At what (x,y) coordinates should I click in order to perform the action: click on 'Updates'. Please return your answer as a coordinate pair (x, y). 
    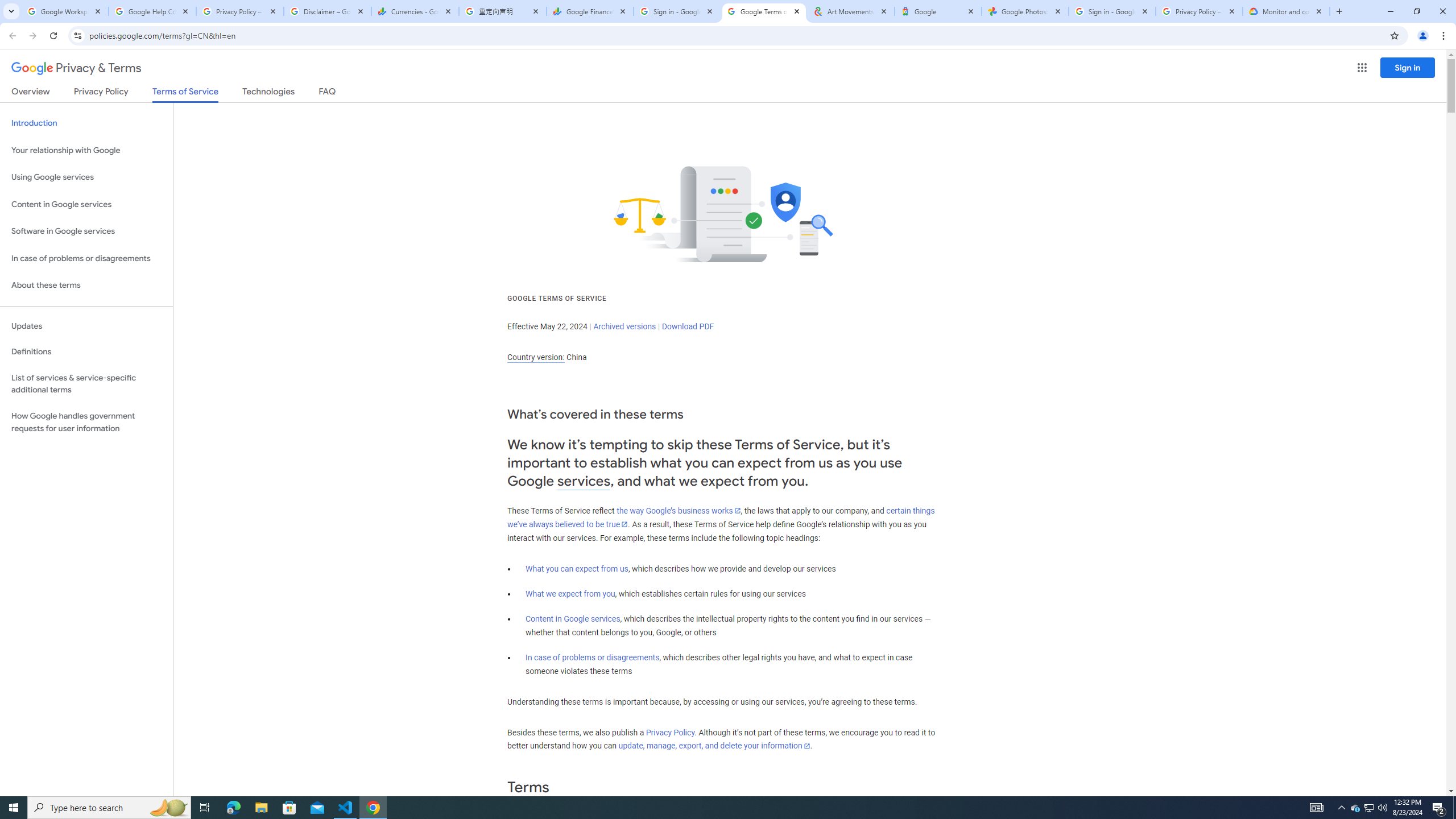
    Looking at the image, I should click on (86, 325).